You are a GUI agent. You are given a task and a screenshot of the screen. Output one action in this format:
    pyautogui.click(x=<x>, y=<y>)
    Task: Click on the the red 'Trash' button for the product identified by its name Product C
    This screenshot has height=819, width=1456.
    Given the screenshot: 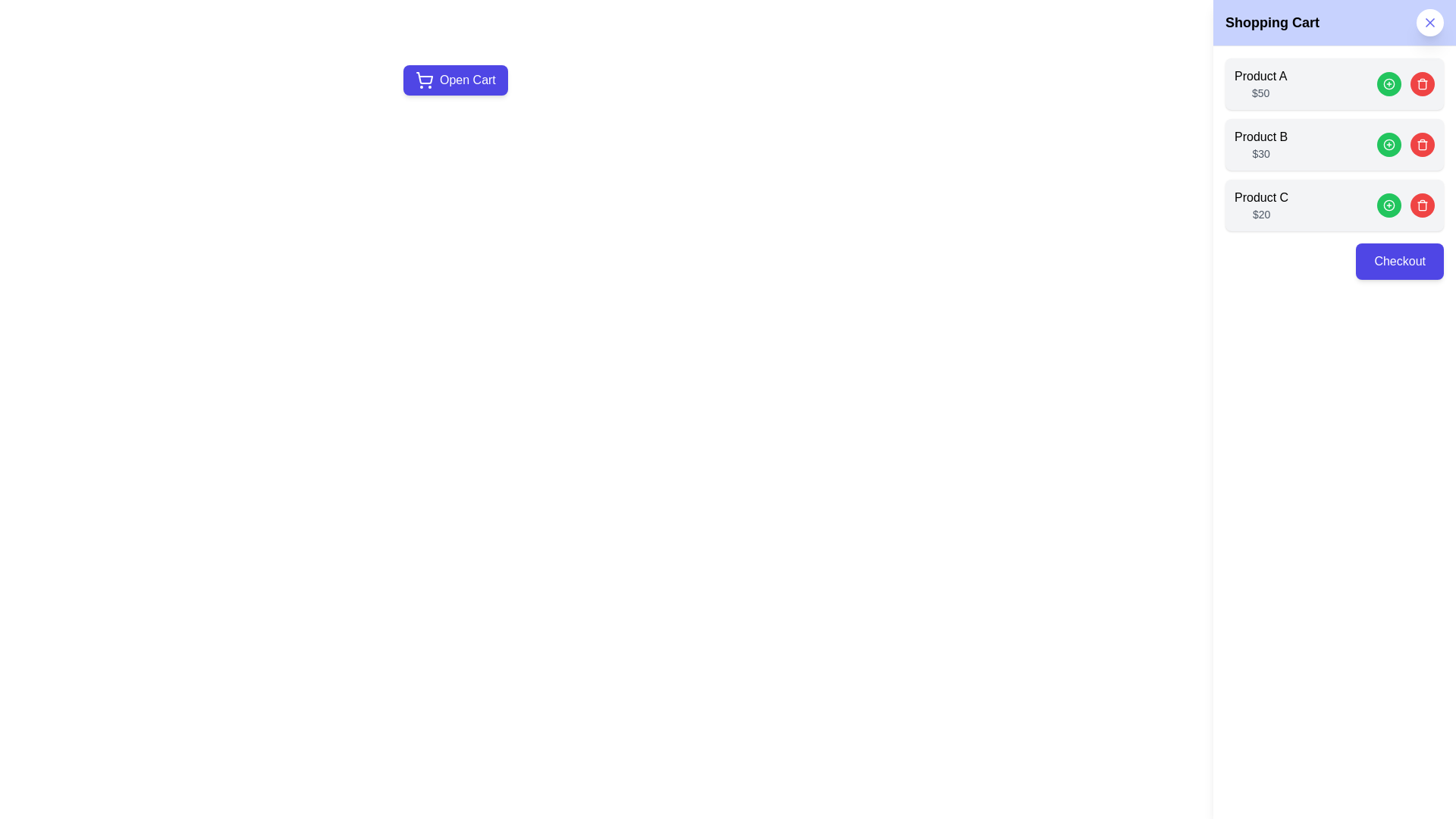 What is the action you would take?
    pyautogui.click(x=1422, y=205)
    